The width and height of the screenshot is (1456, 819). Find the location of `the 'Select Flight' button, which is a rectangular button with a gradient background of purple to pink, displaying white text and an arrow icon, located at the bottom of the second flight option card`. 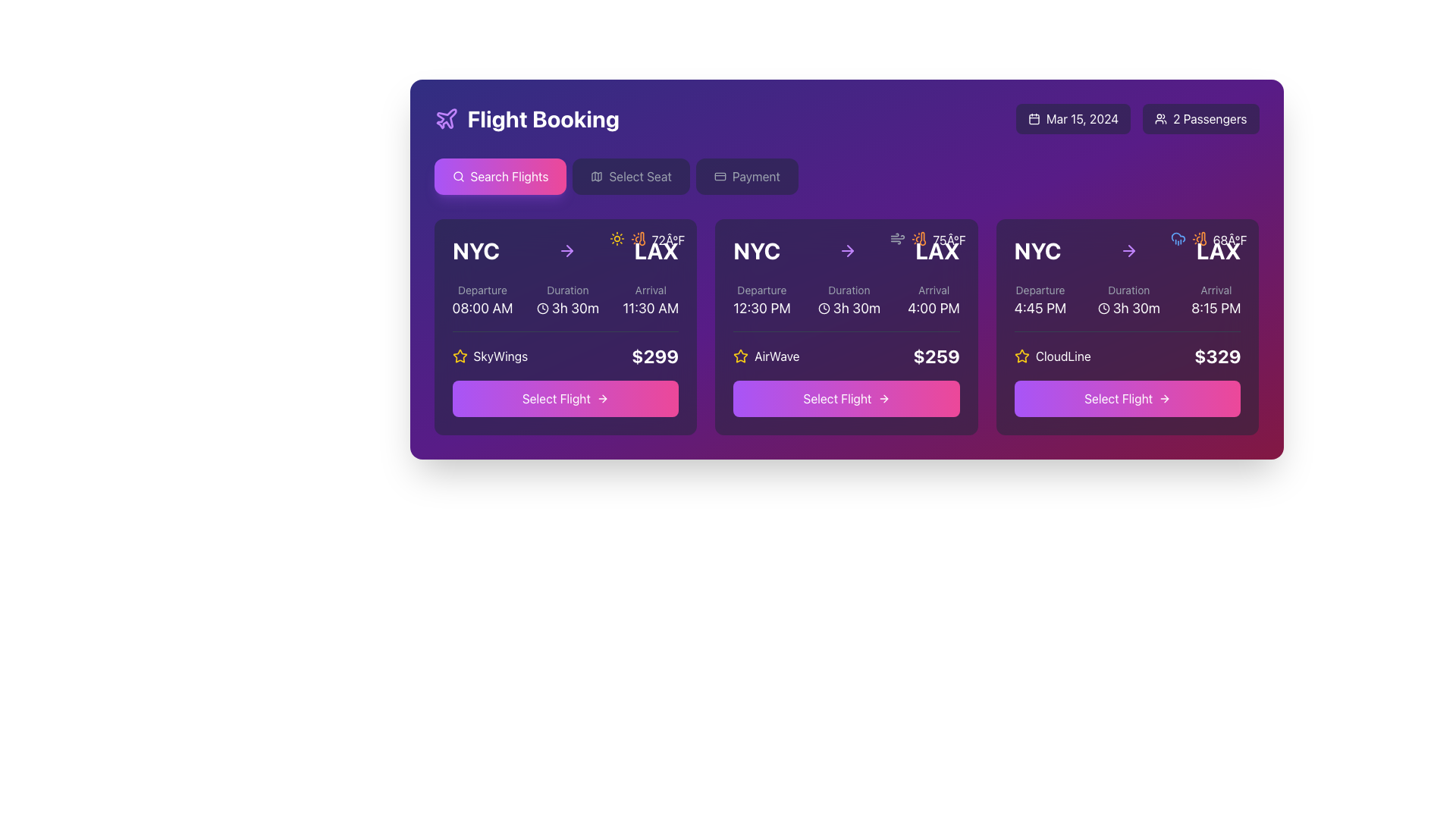

the 'Select Flight' button, which is a rectangular button with a gradient background of purple to pink, displaying white text and an arrow icon, located at the bottom of the second flight option card is located at coordinates (846, 397).